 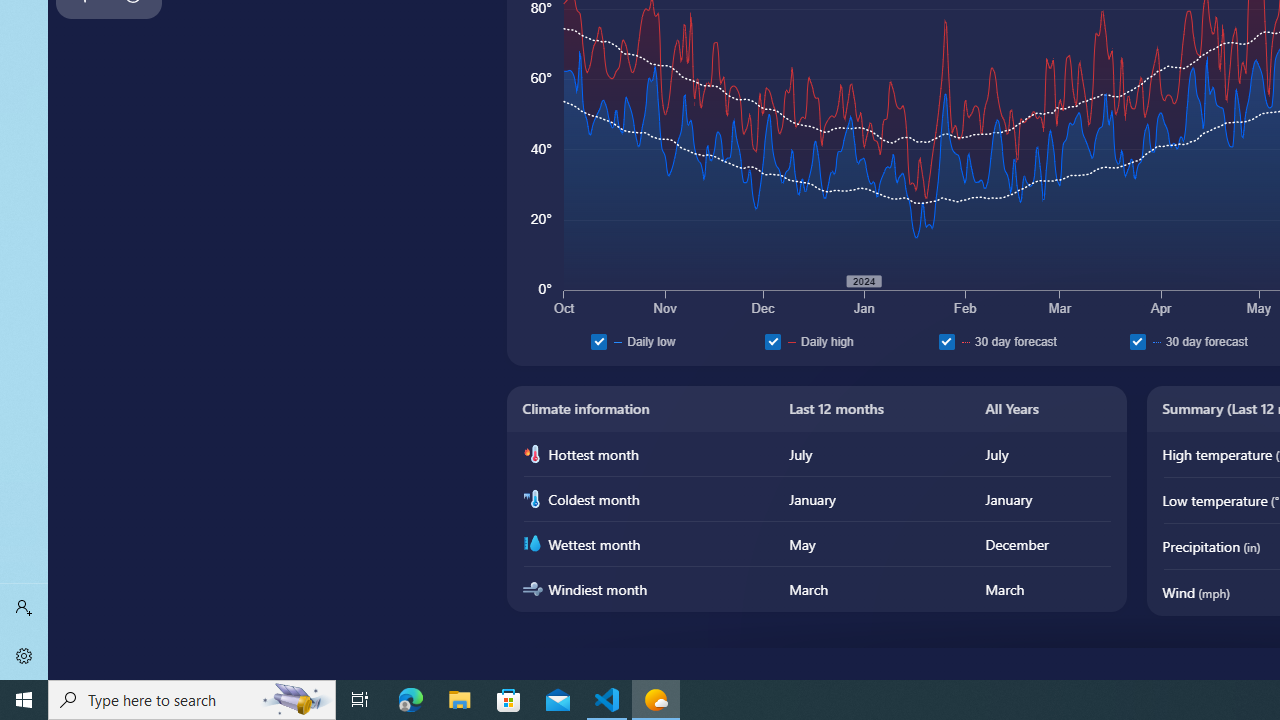 I want to click on 'Visual Studio Code - 1 running window', so click(x=606, y=698).